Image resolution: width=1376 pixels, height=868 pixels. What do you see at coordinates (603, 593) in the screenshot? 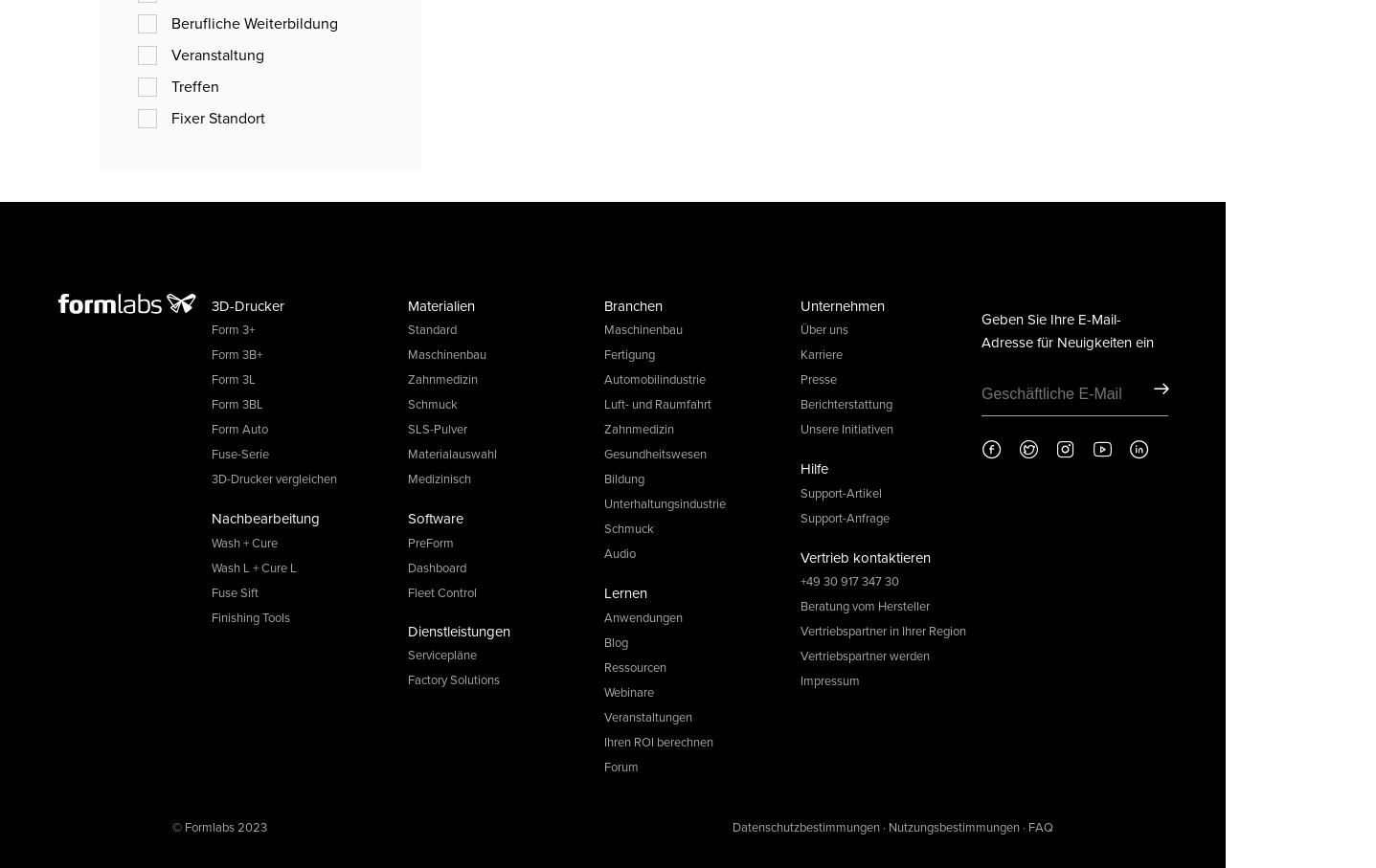
I see `'Lernen'` at bounding box center [603, 593].